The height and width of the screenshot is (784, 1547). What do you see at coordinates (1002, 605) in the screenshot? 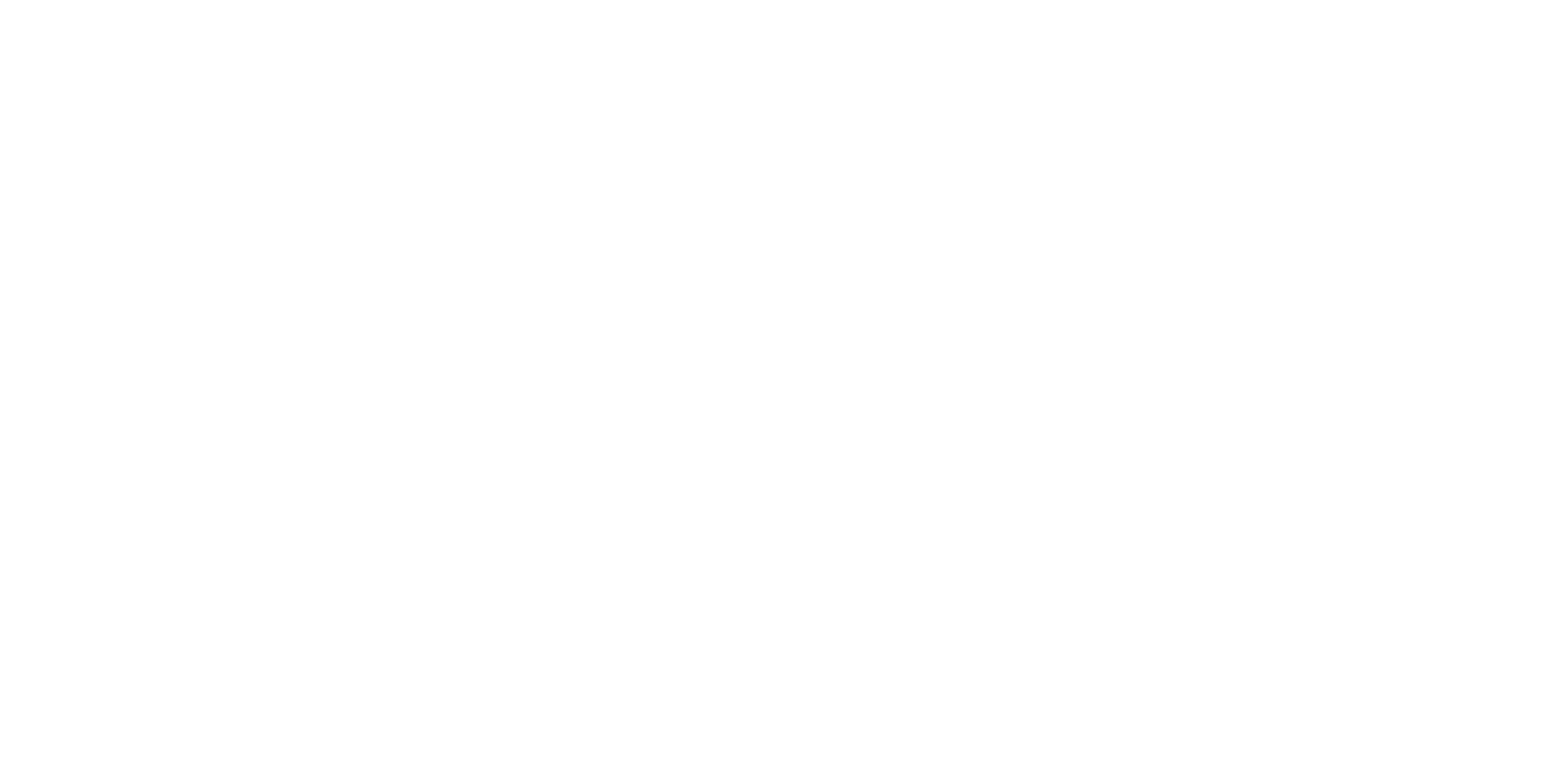
I see `'Ad Choices'` at bounding box center [1002, 605].